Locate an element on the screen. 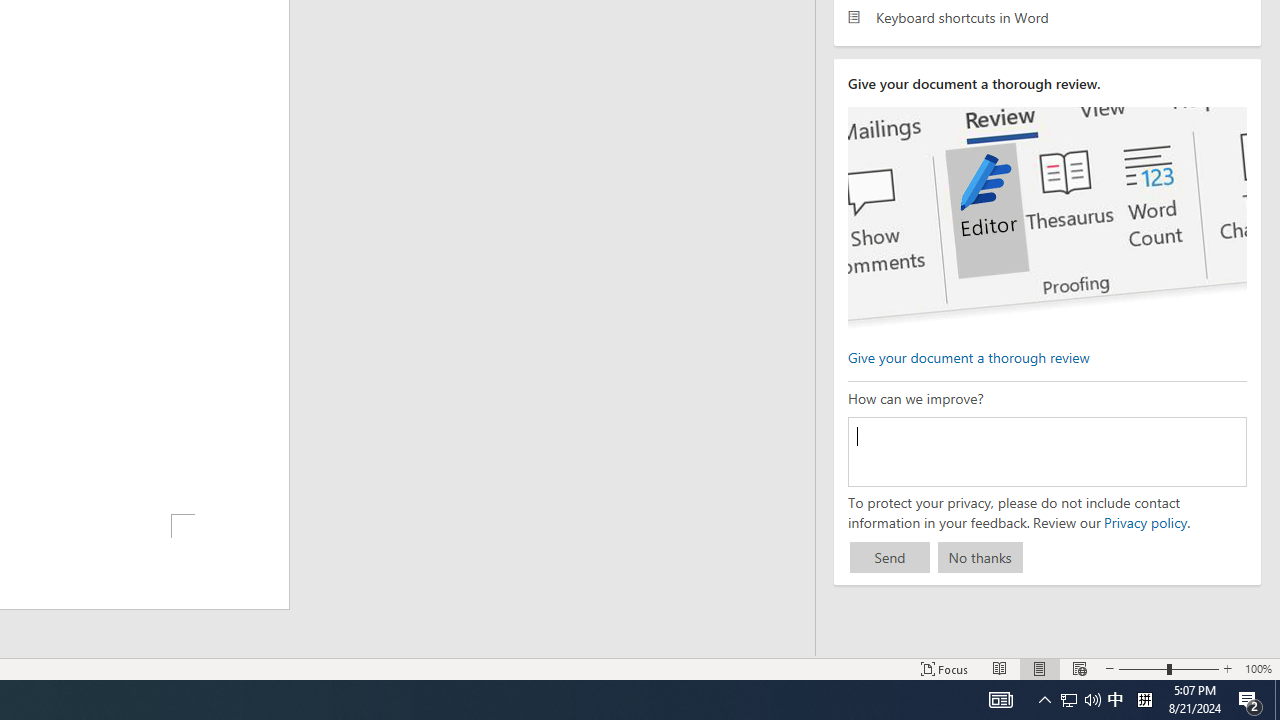 The height and width of the screenshot is (720, 1280). 'Zoom In' is located at coordinates (1226, 669).